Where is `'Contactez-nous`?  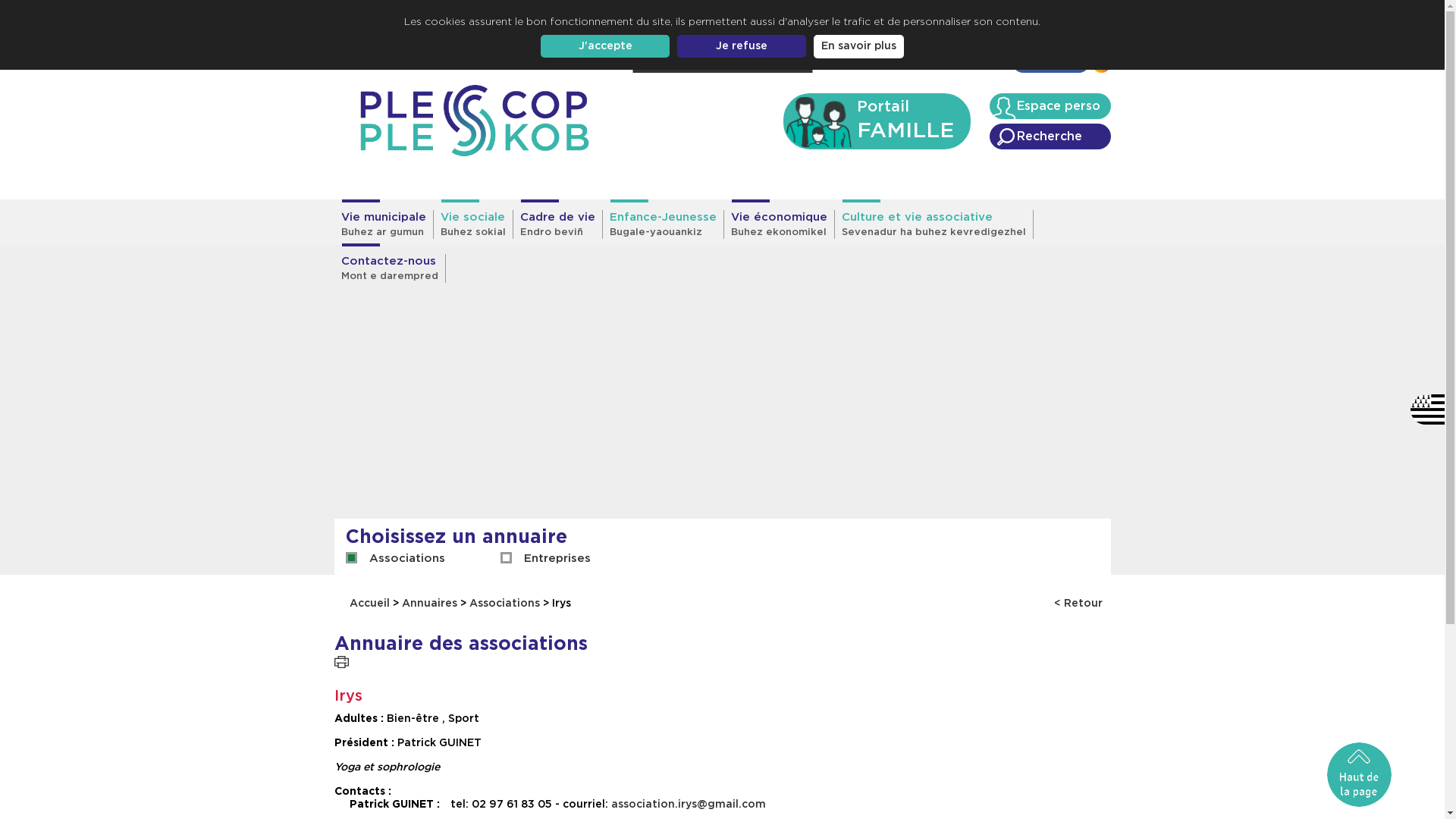
'Contactez-nous is located at coordinates (389, 268).